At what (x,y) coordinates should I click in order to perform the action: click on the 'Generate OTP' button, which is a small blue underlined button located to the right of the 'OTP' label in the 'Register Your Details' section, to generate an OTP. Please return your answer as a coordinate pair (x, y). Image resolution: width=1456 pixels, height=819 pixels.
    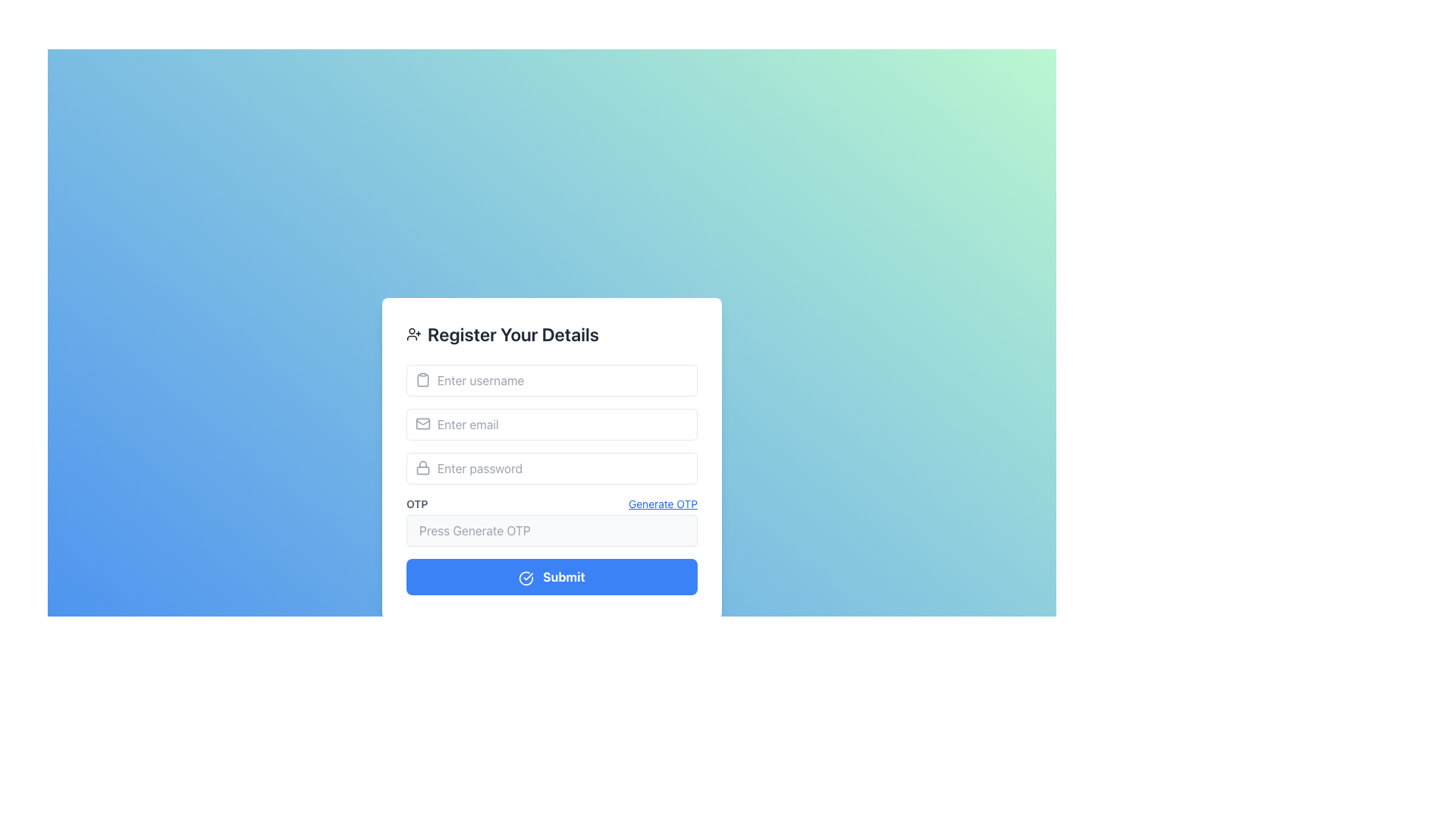
    Looking at the image, I should click on (662, 504).